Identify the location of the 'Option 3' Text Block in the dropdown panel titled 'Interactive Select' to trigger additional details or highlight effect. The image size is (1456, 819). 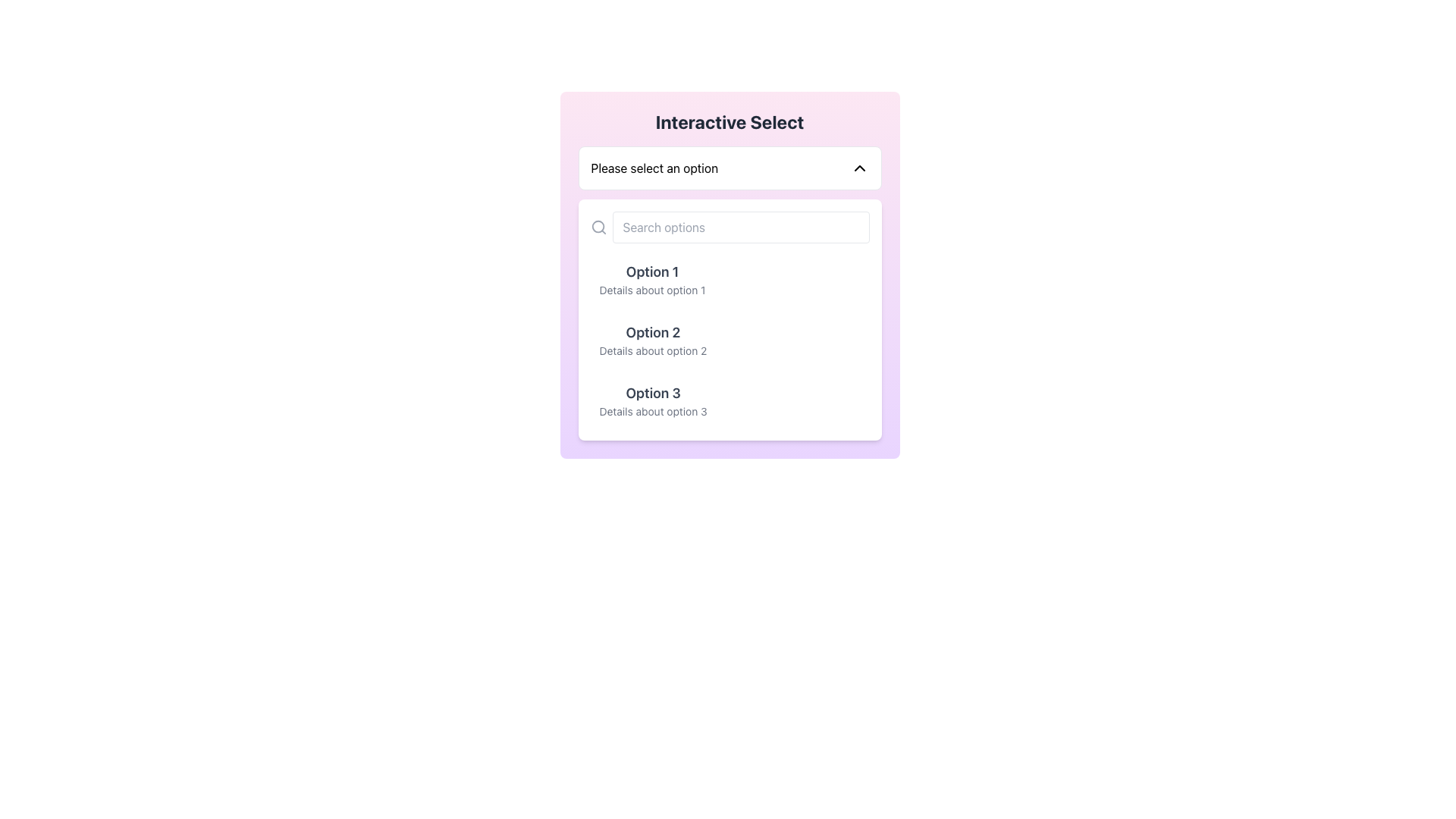
(653, 400).